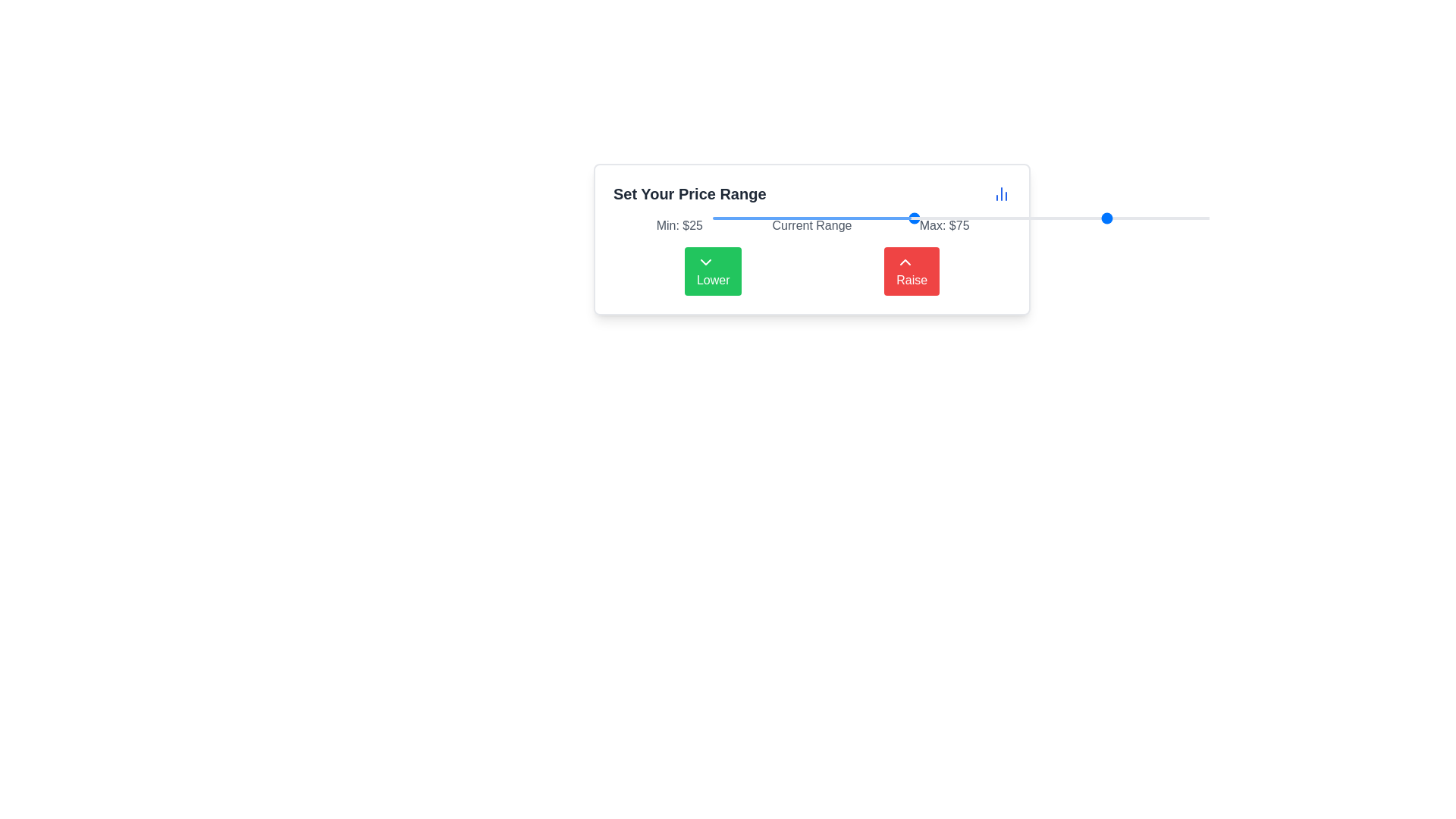 Image resolution: width=1456 pixels, height=819 pixels. What do you see at coordinates (911, 271) in the screenshot?
I see `the red 'Raise' button, which has a white upward arrow icon and is located under the price range slider` at bounding box center [911, 271].